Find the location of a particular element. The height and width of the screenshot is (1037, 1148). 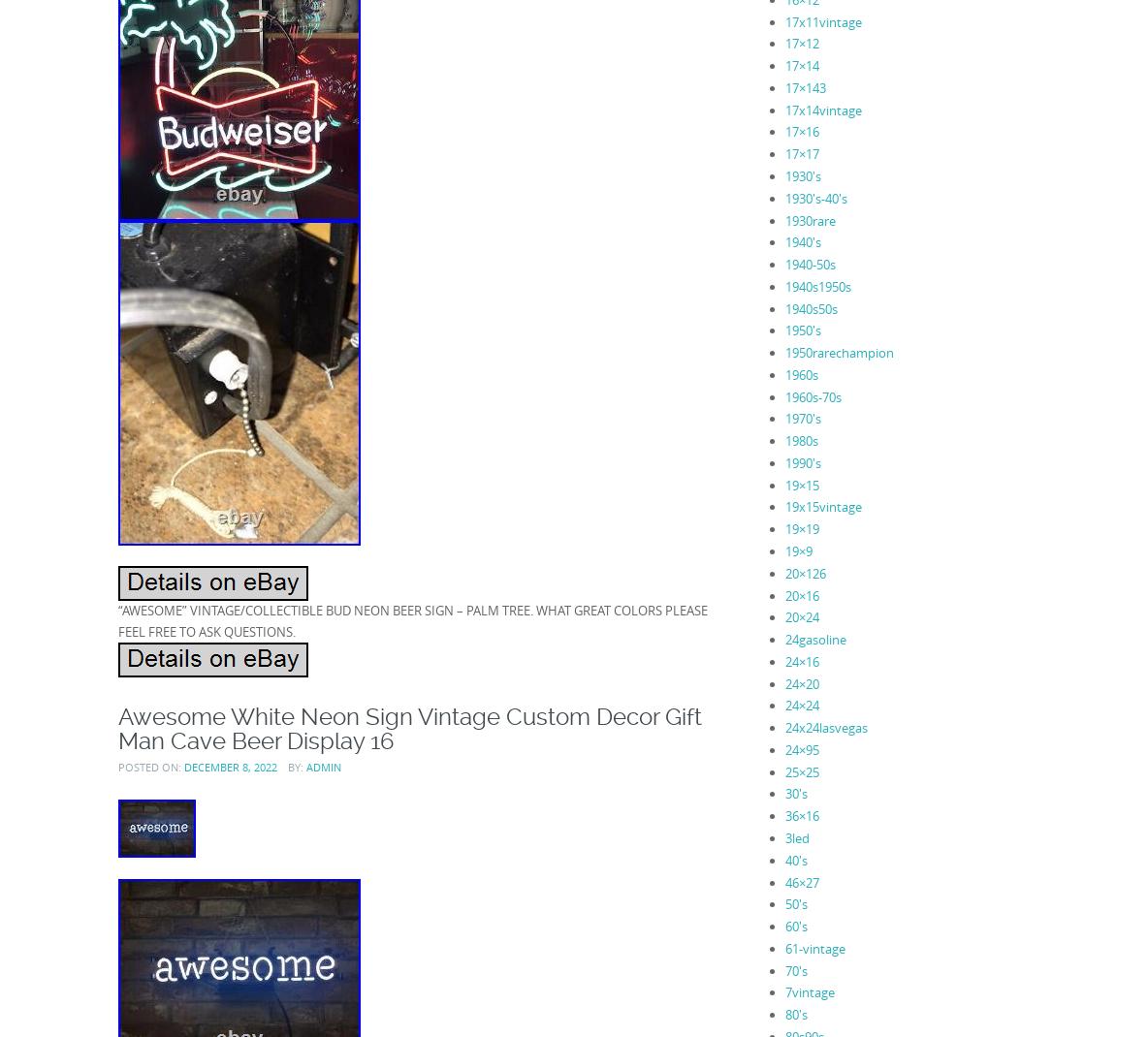

'70's' is located at coordinates (795, 969).